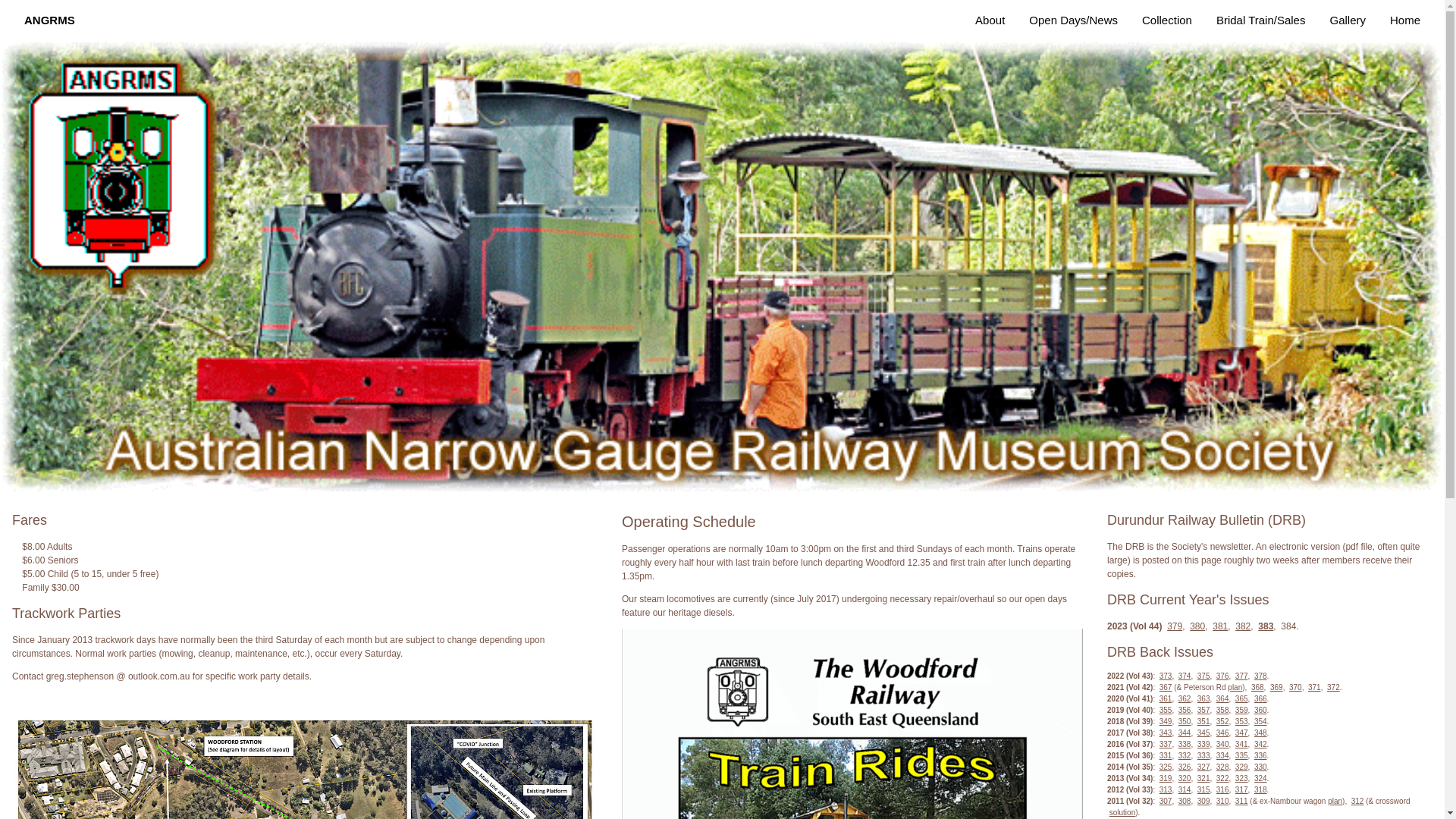 Image resolution: width=1456 pixels, height=819 pixels. I want to click on '345', so click(1203, 732).